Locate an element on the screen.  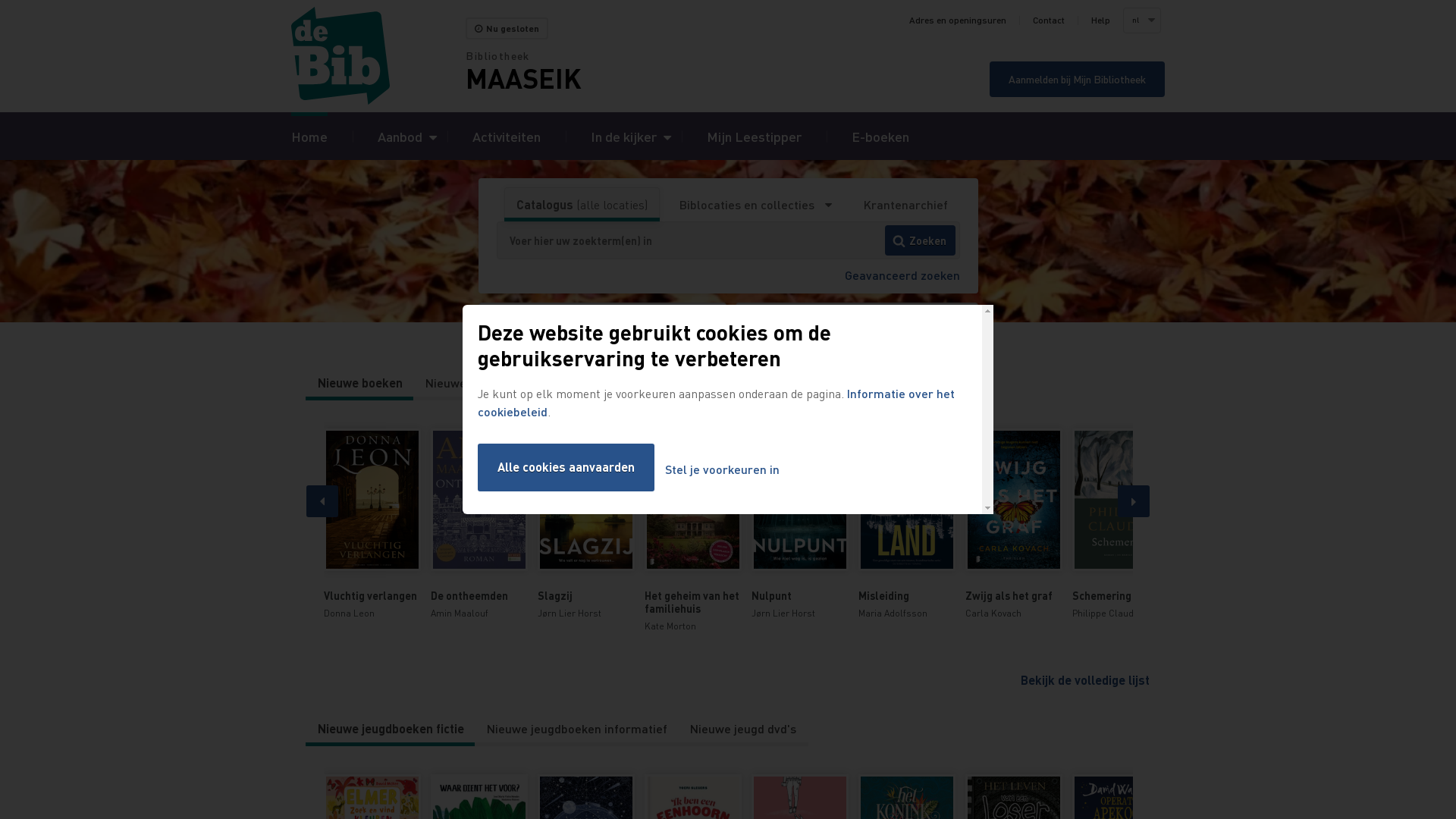
'Nieuwe boeken' is located at coordinates (359, 382).